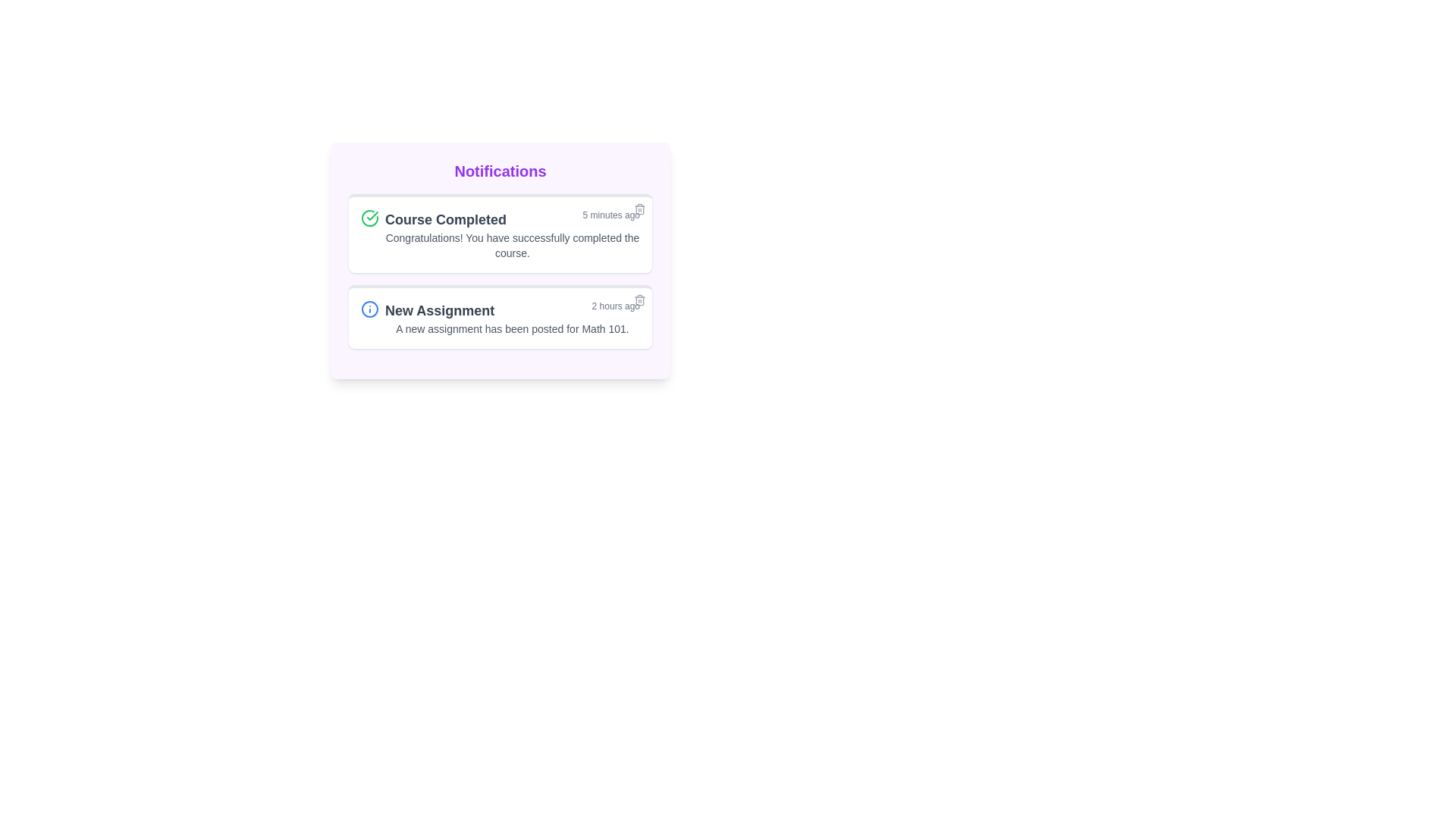 The width and height of the screenshot is (1456, 819). What do you see at coordinates (370, 218) in the screenshot?
I see `the vector graphic element indicating confirmation or success status, located to the left of the text 'Congratulations! You have successfully completed the course.' in the notification card` at bounding box center [370, 218].